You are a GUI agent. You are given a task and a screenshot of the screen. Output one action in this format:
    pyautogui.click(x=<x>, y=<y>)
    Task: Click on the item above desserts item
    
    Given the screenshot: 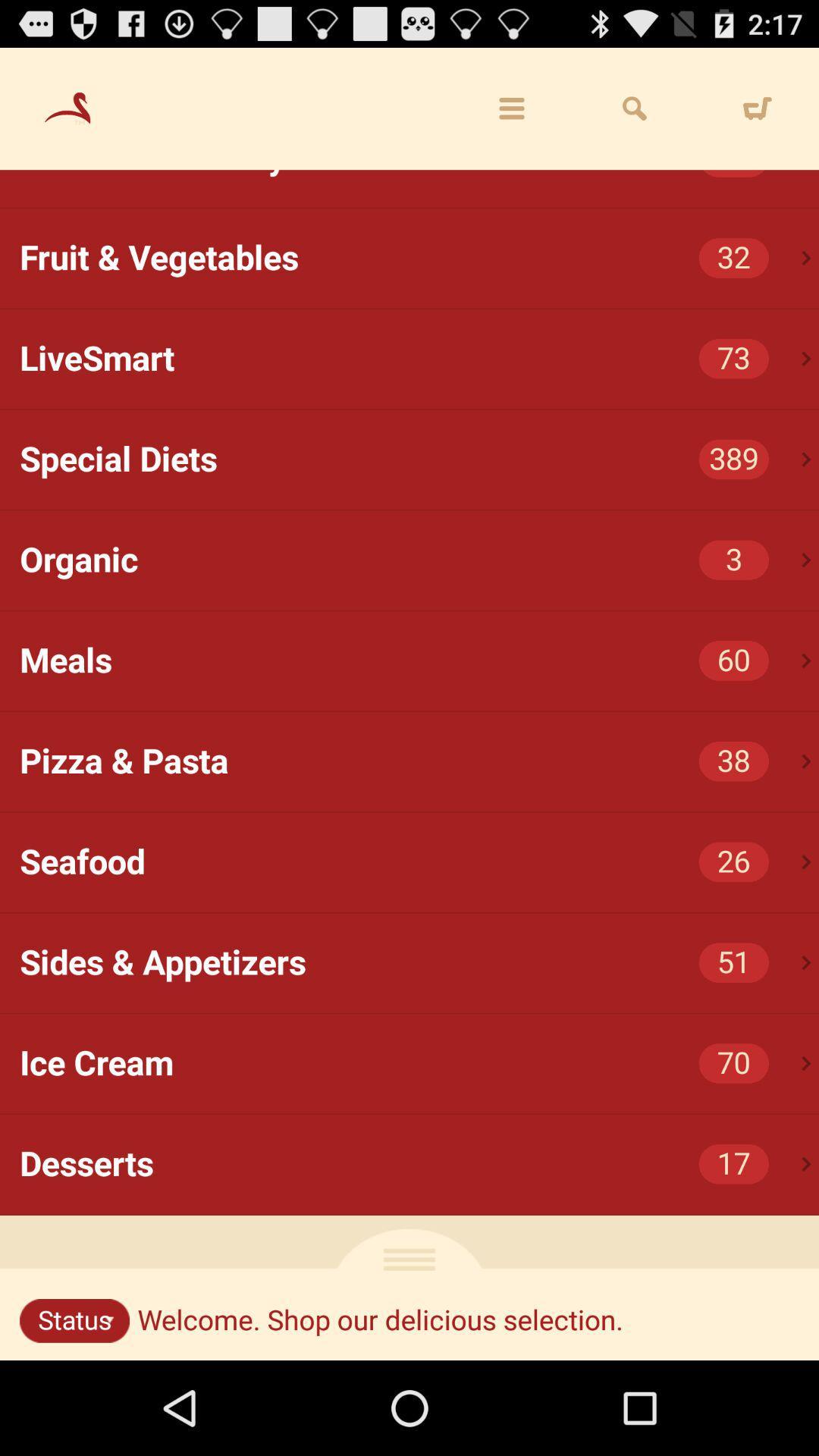 What is the action you would take?
    pyautogui.click(x=805, y=1062)
    